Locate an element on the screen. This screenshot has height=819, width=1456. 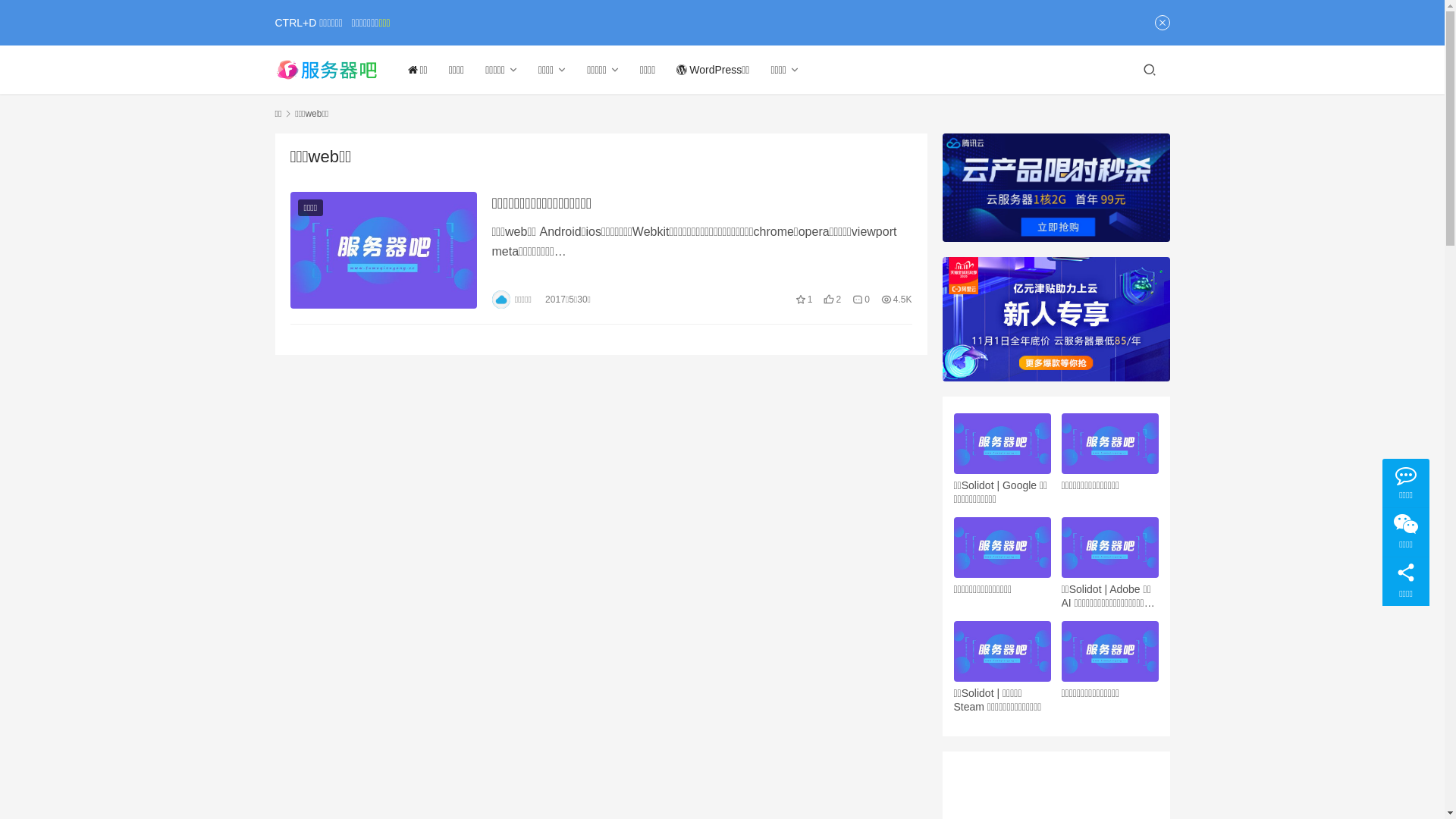
'0' is located at coordinates (861, 299).